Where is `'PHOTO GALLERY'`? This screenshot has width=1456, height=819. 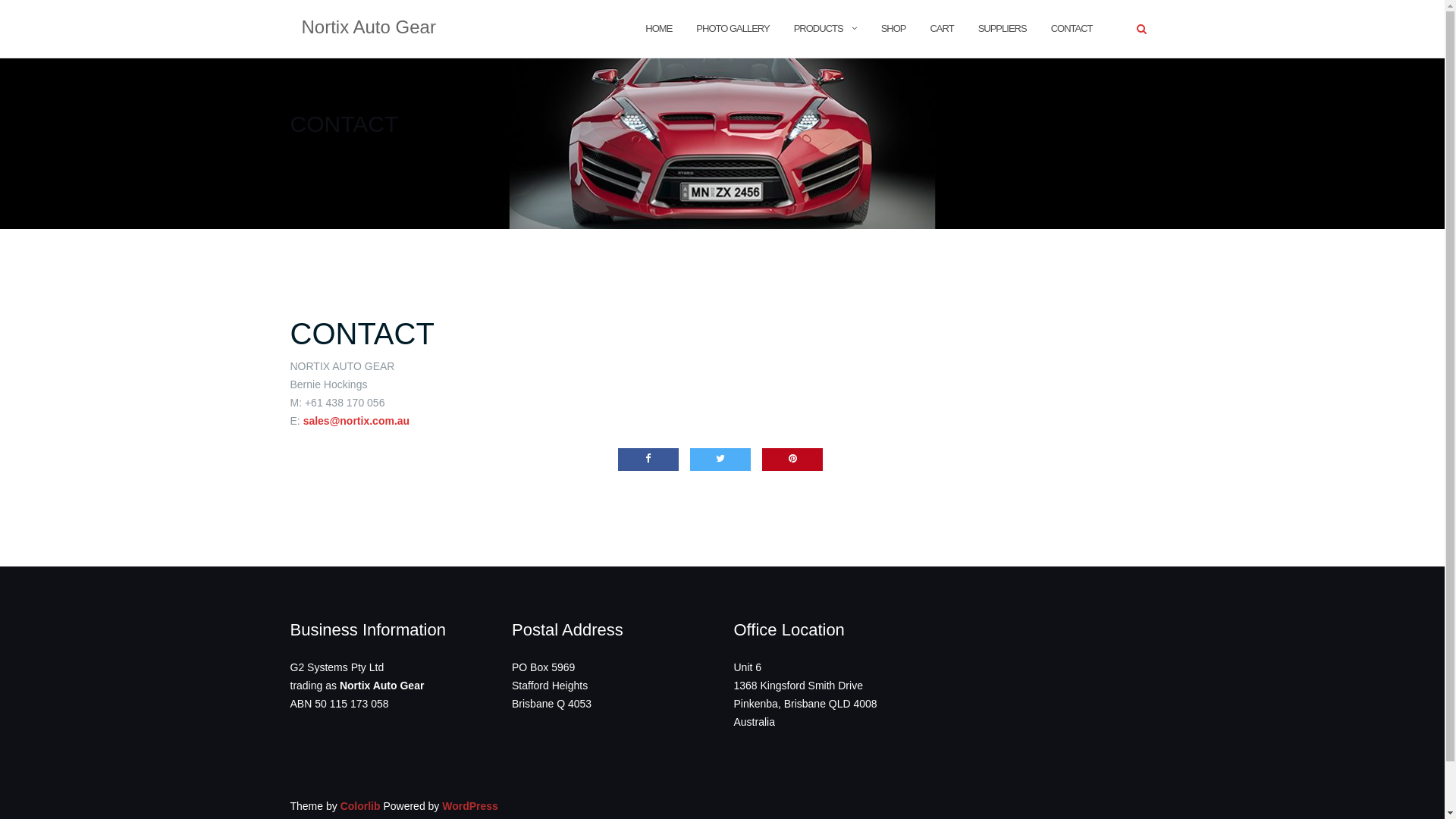
'PHOTO GALLERY' is located at coordinates (732, 28).